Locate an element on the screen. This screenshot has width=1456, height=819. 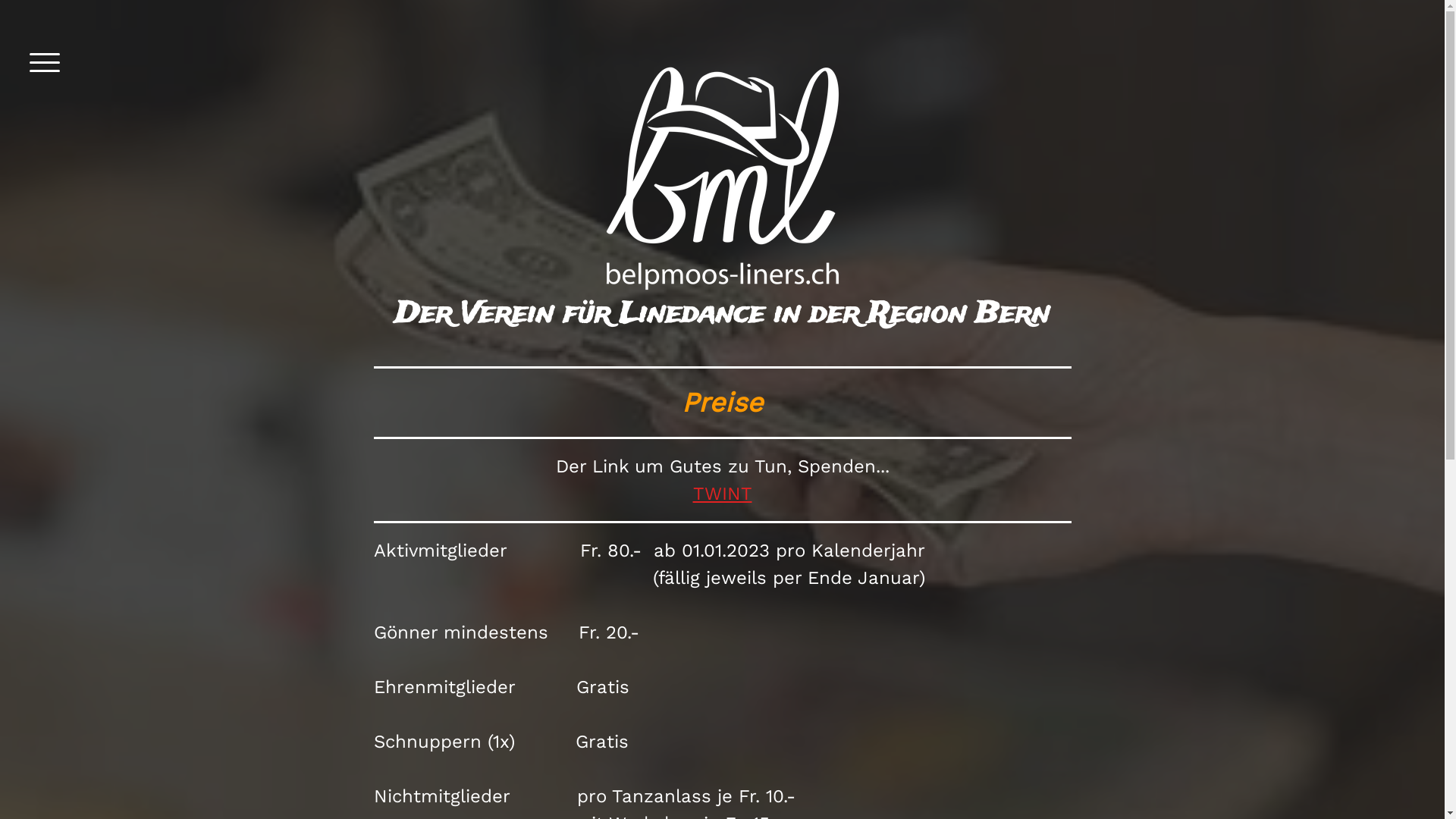
'TWINT' is located at coordinates (722, 494).